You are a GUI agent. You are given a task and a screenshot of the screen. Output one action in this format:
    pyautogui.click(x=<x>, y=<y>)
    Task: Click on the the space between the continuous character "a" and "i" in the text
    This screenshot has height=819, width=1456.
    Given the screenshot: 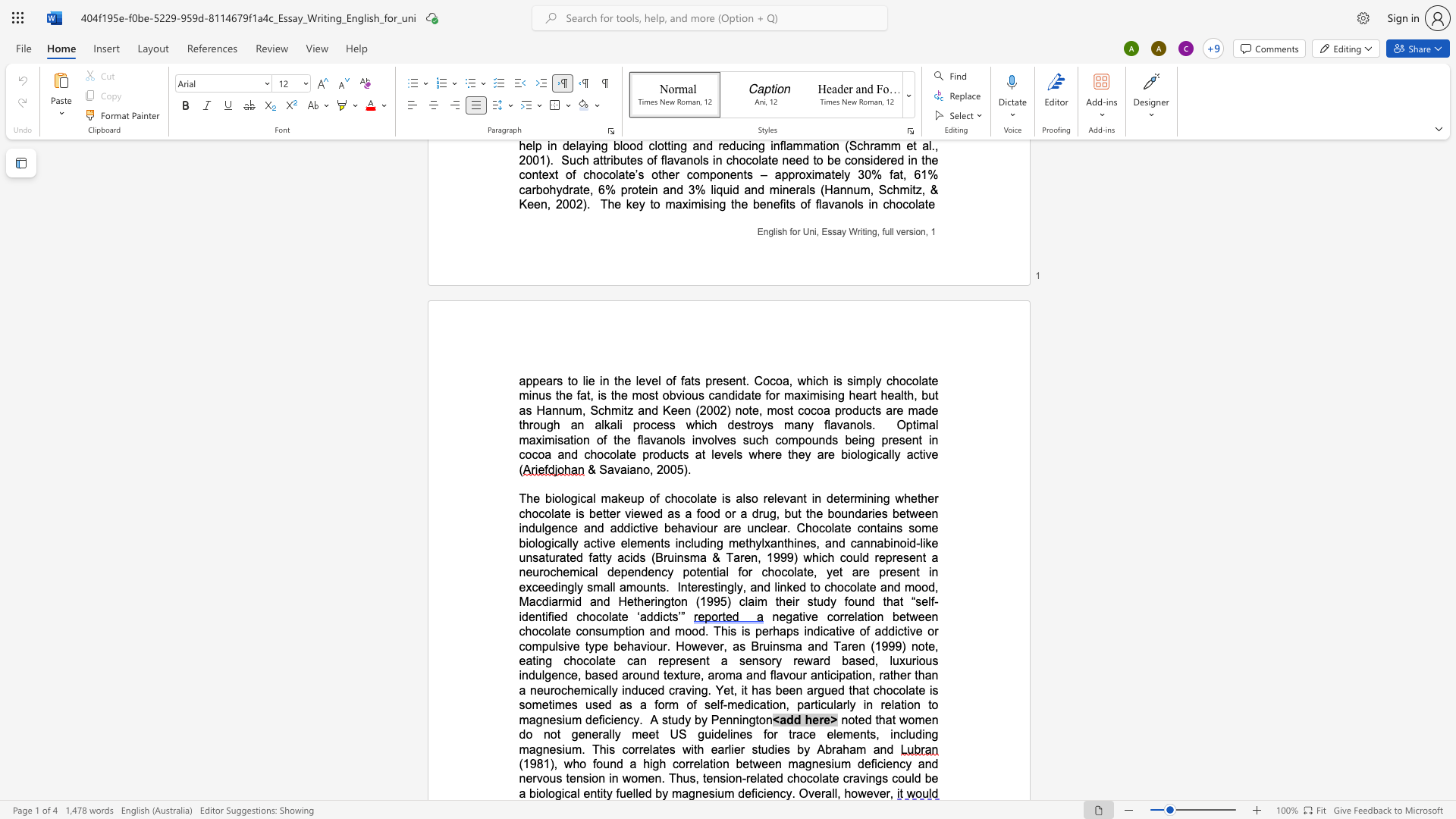 What is the action you would take?
    pyautogui.click(x=626, y=469)
    